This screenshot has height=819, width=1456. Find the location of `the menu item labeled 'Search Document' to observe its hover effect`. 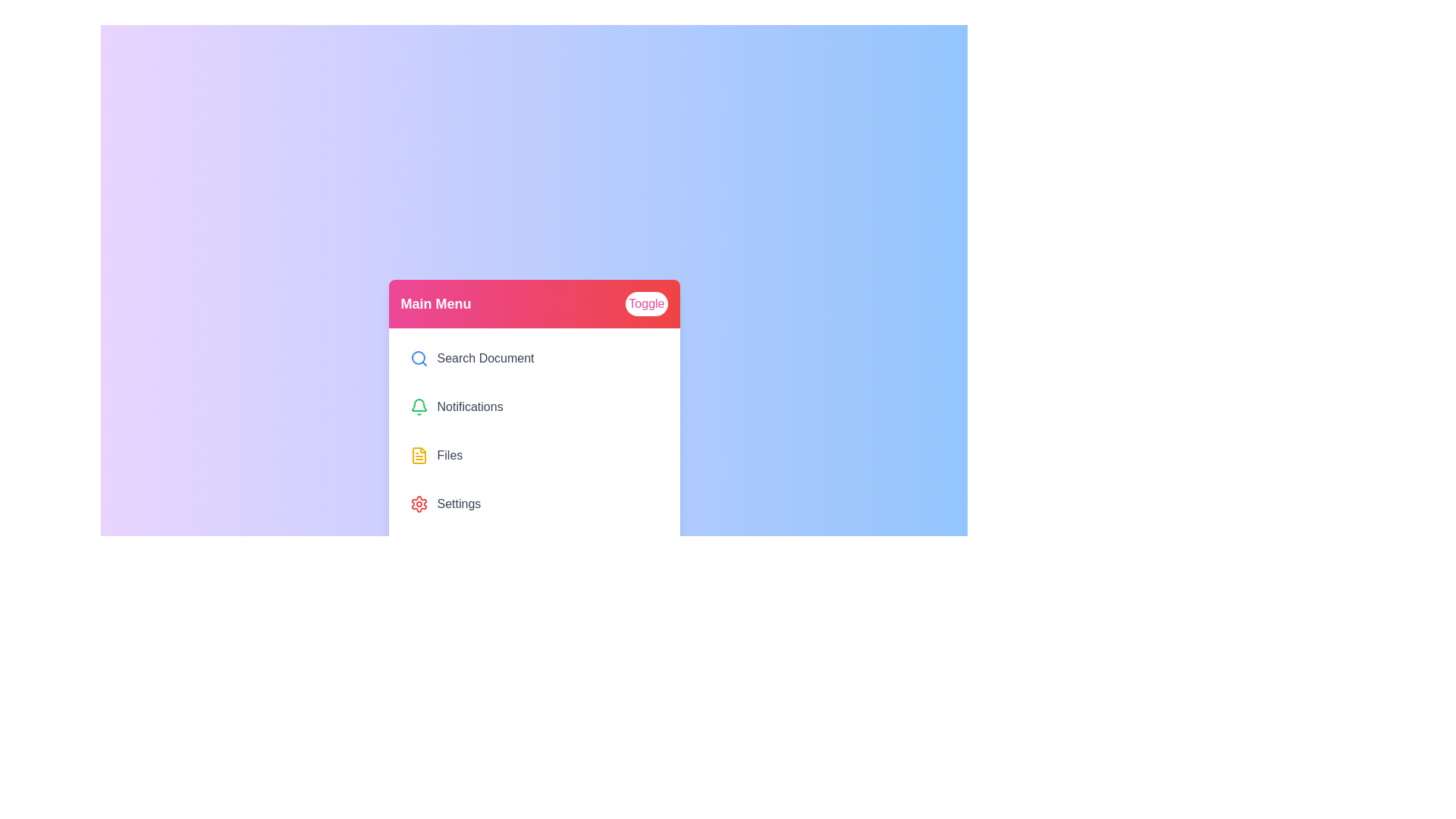

the menu item labeled 'Search Document' to observe its hover effect is located at coordinates (534, 359).